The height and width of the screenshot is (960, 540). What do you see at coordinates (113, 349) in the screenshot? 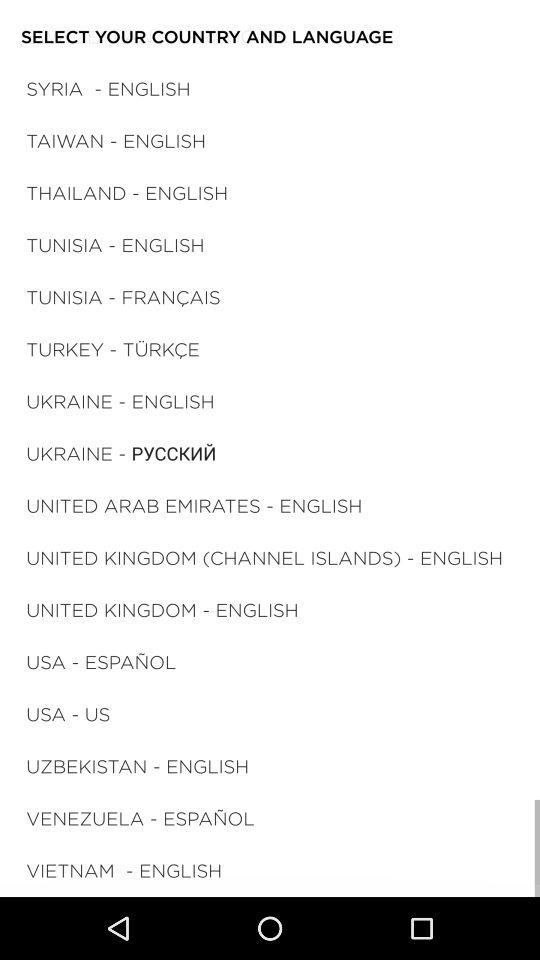
I see `item above the ukraine - english` at bounding box center [113, 349].